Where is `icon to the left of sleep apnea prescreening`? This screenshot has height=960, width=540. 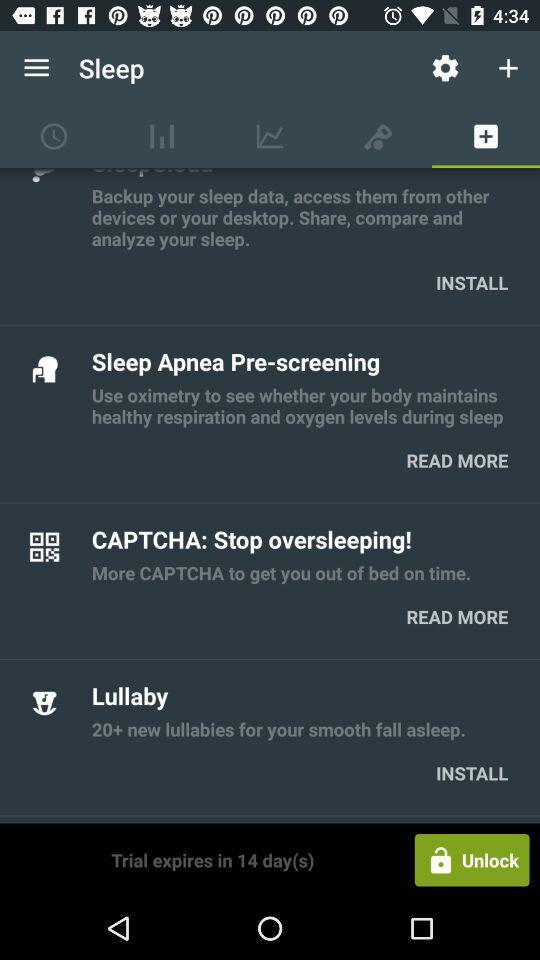
icon to the left of sleep apnea prescreening is located at coordinates (44, 368).